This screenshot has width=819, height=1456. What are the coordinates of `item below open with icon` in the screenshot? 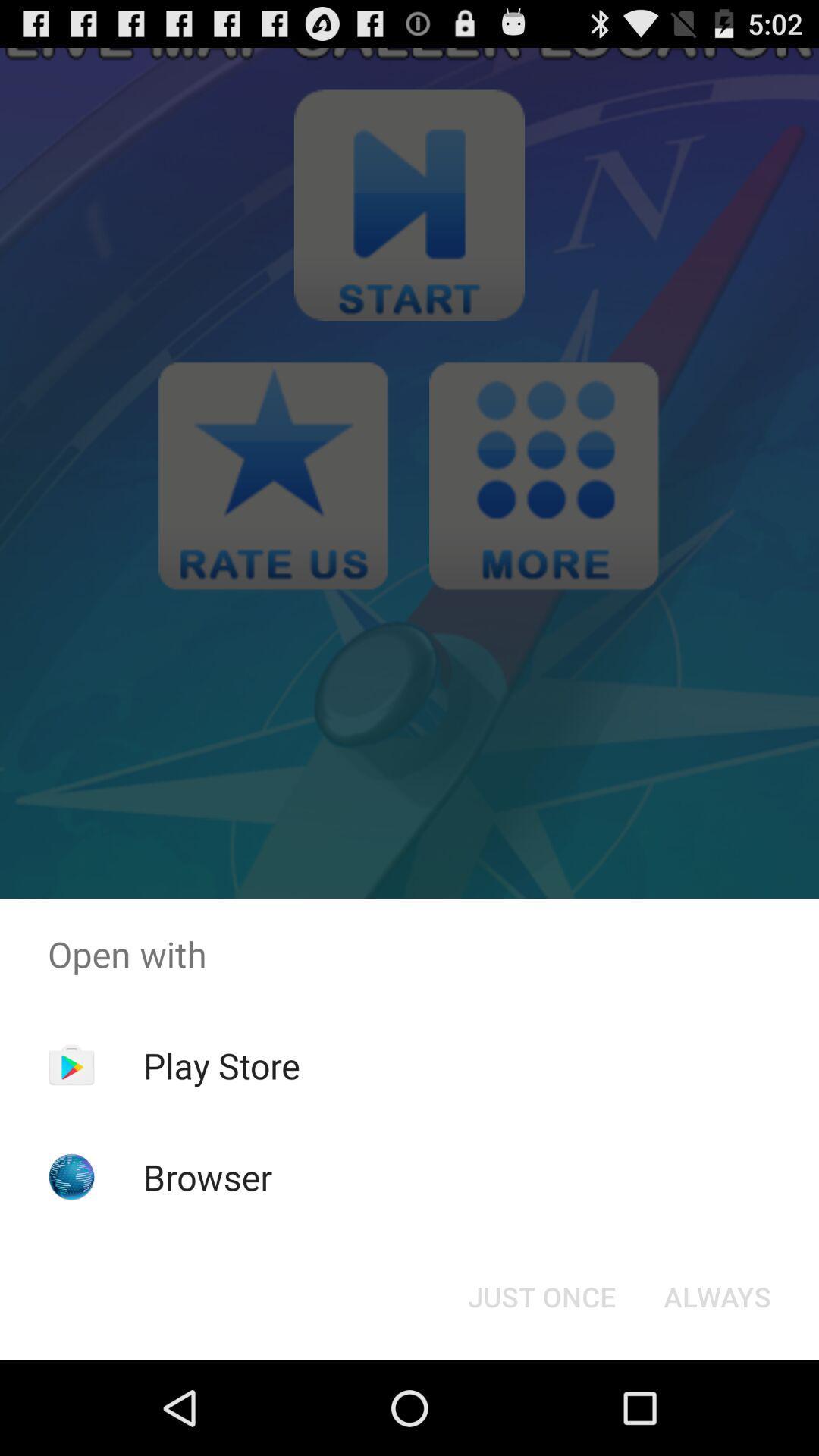 It's located at (717, 1295).